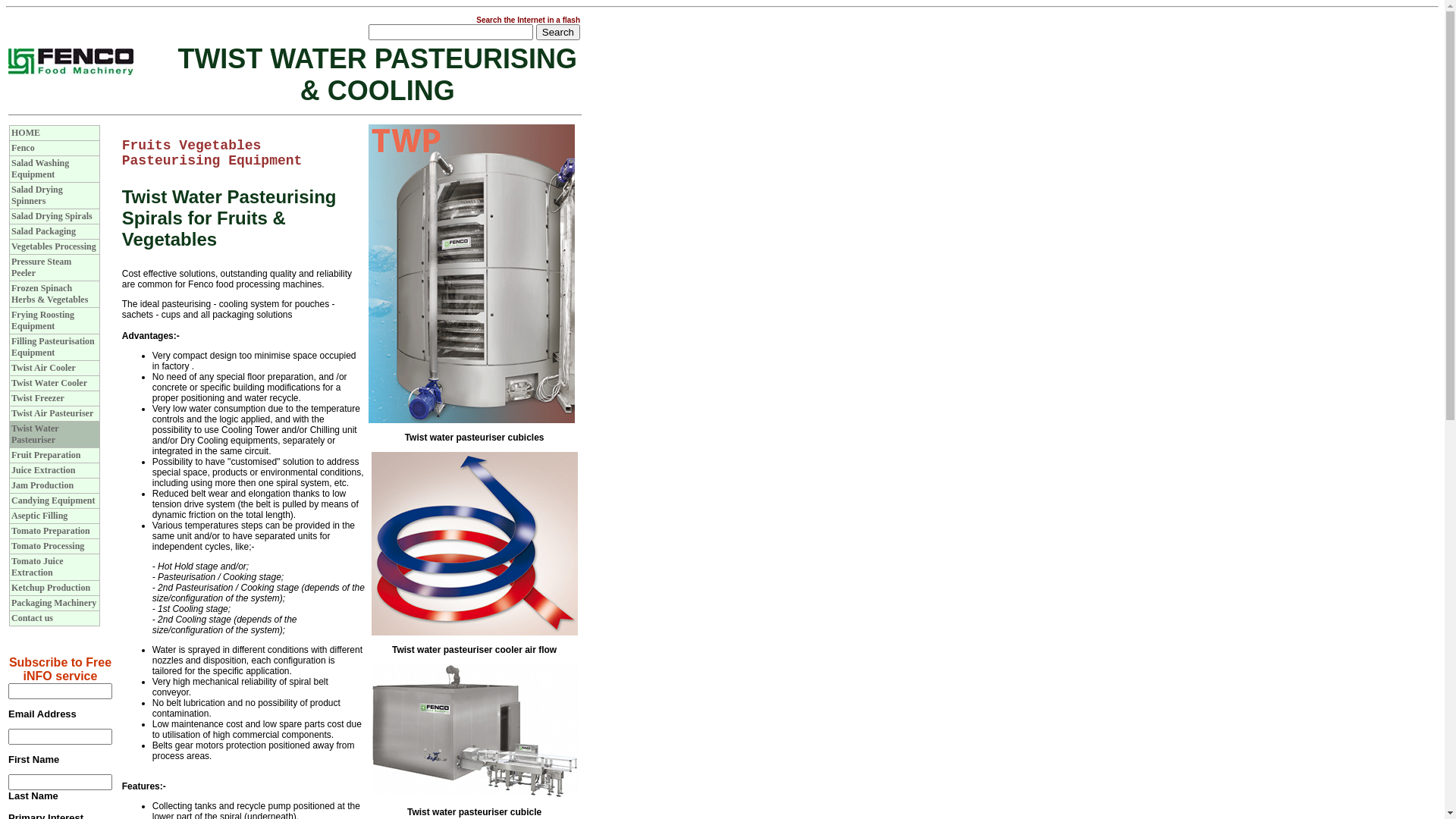 The width and height of the screenshot is (1456, 819). I want to click on 'Twist Freezer', so click(37, 397).